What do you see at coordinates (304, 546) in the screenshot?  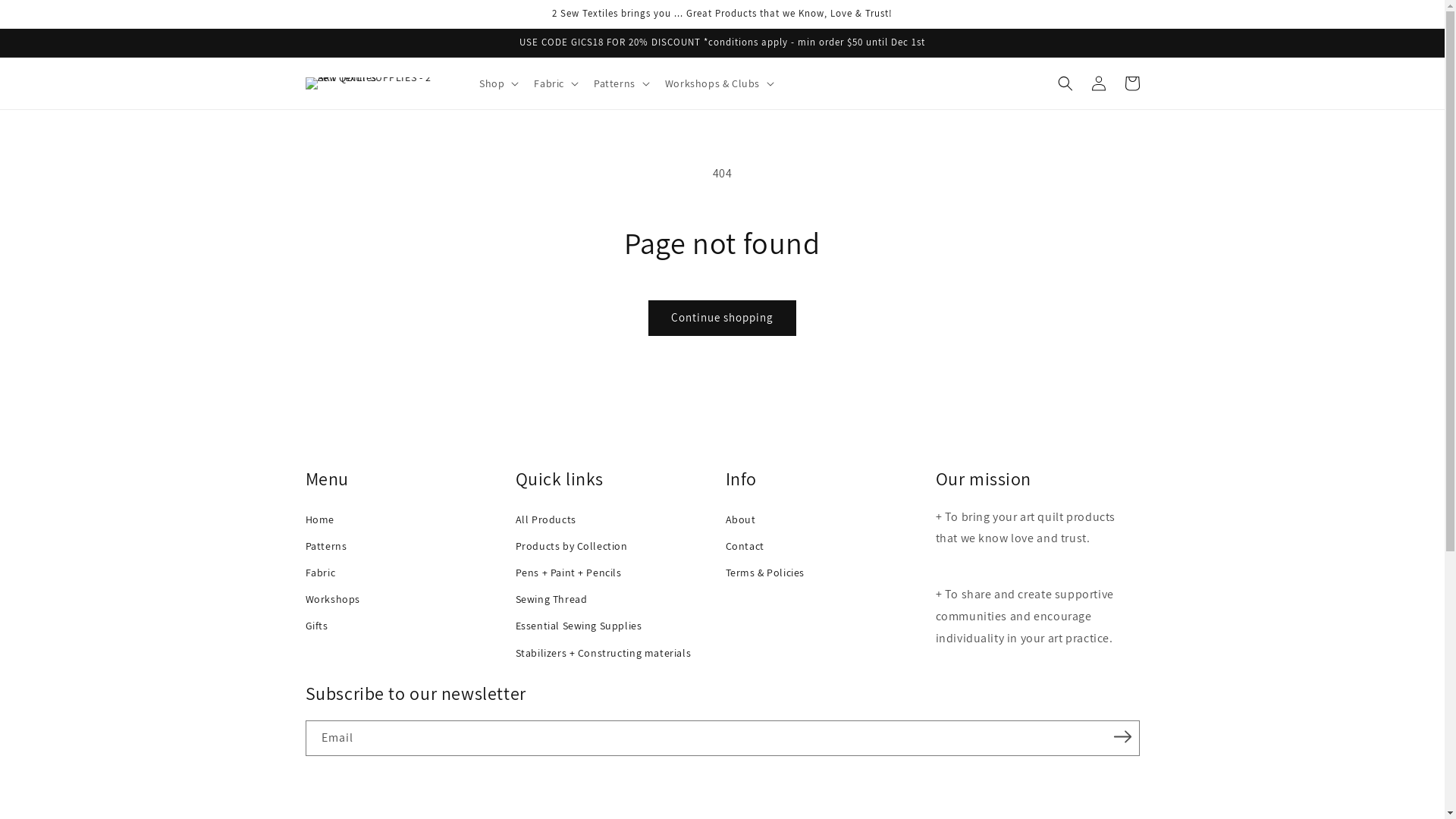 I see `'Patterns'` at bounding box center [304, 546].